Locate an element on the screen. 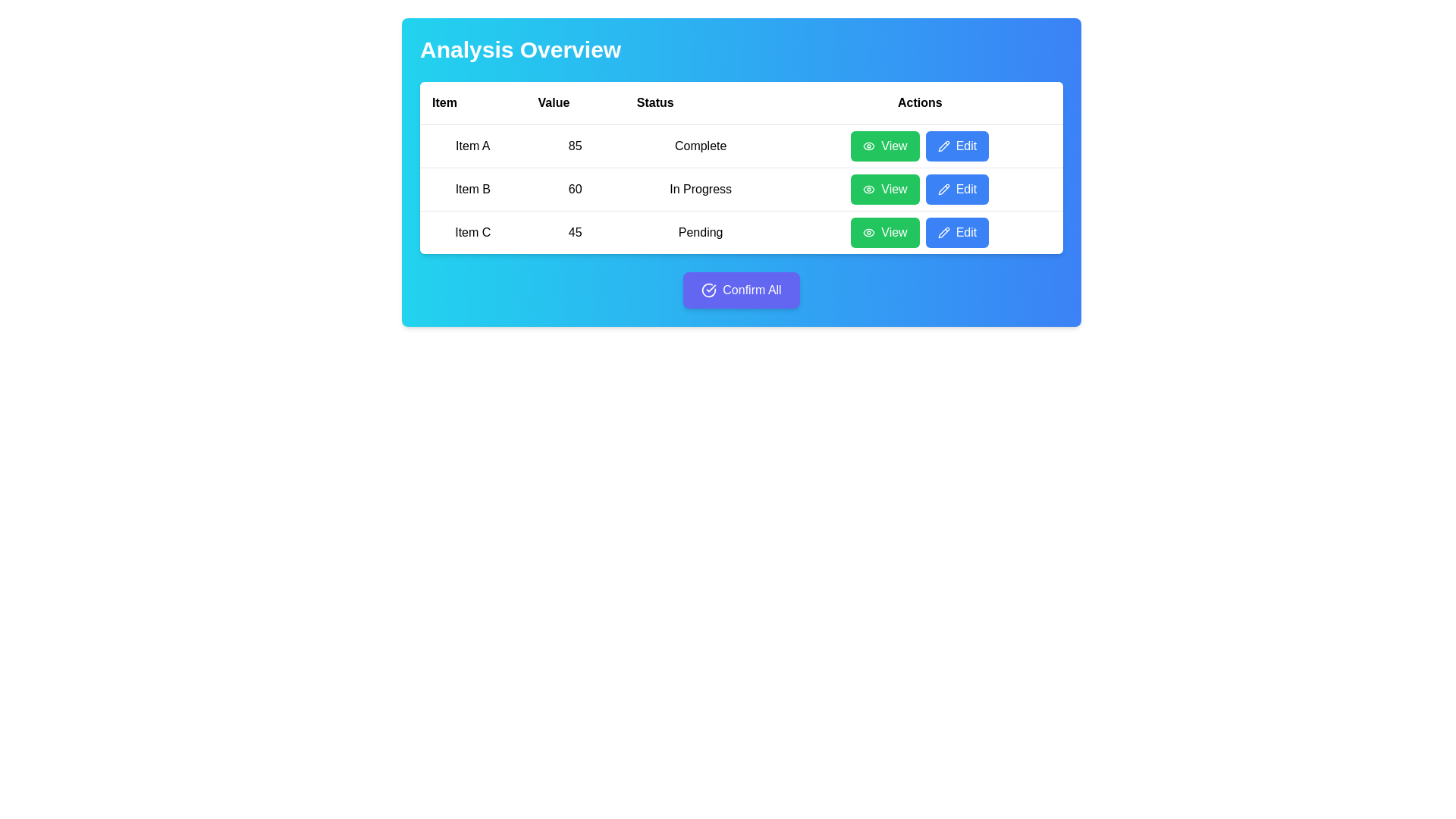 This screenshot has width=1456, height=819. the leftmost button in the 'Actions' column of the third row in the table is located at coordinates (885, 233).